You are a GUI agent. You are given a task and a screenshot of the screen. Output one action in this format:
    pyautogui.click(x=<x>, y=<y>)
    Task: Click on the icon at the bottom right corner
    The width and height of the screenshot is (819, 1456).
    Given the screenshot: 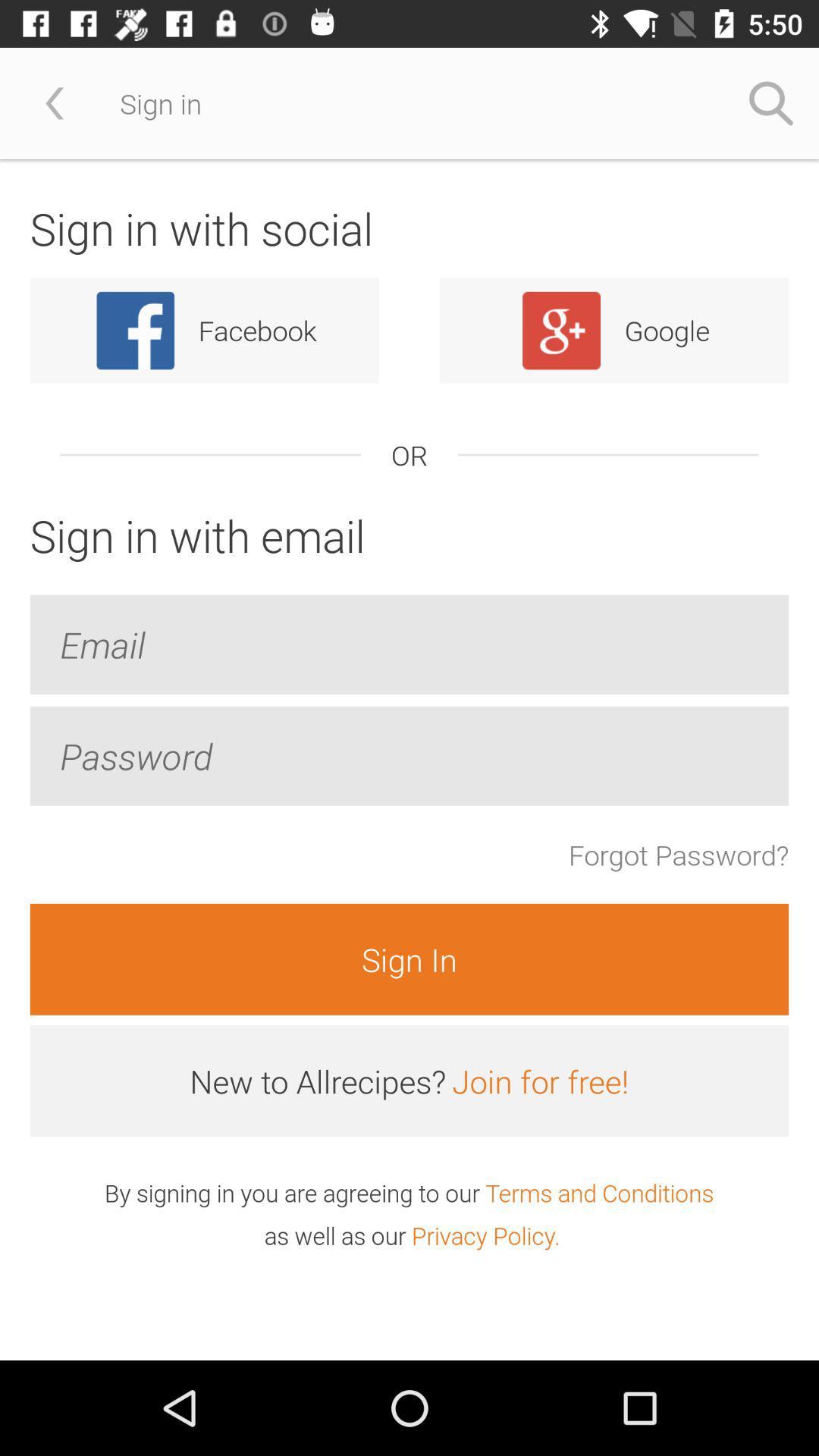 What is the action you would take?
    pyautogui.click(x=598, y=1192)
    